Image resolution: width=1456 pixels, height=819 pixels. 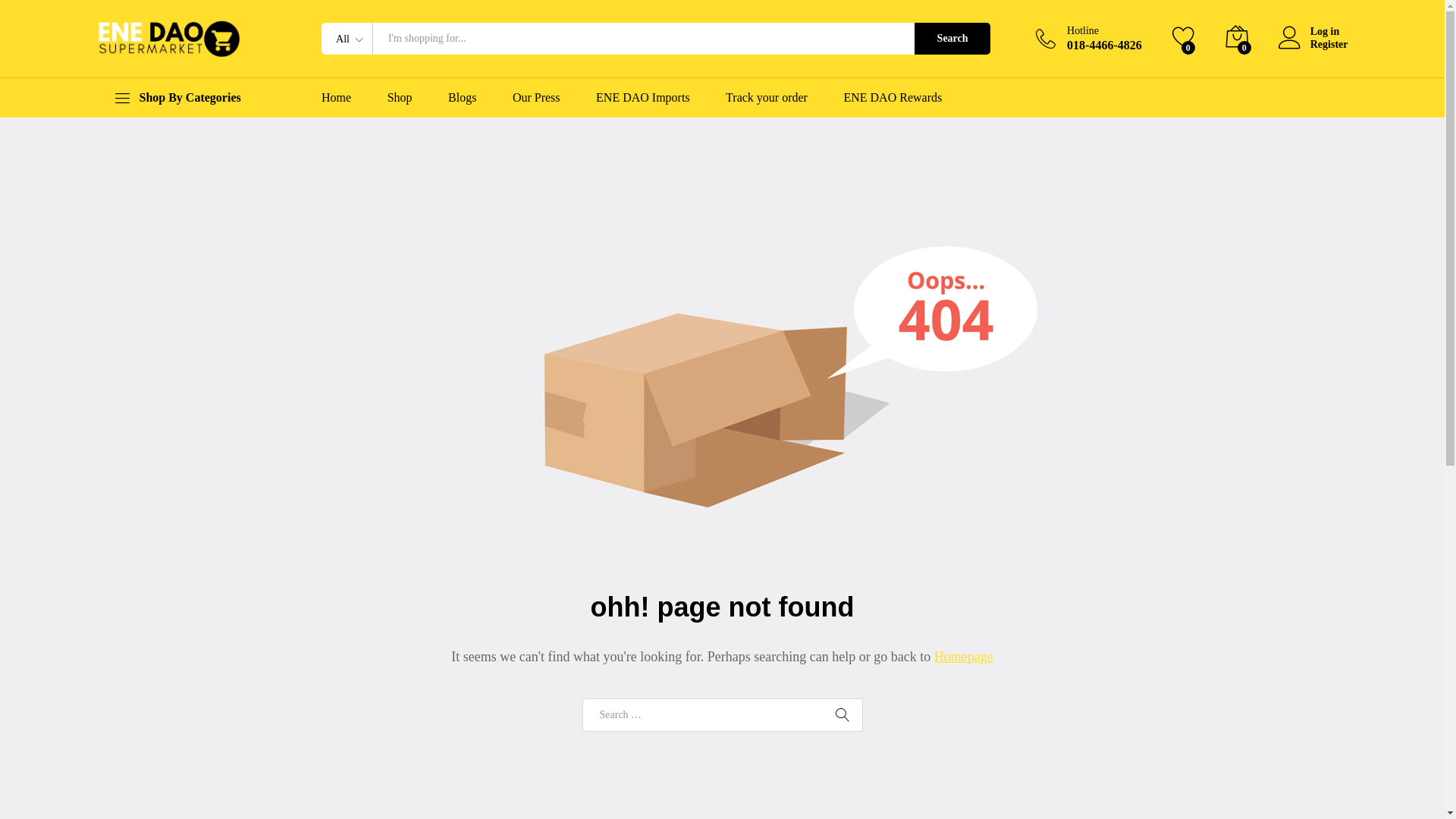 What do you see at coordinates (1313, 44) in the screenshot?
I see `'Register'` at bounding box center [1313, 44].